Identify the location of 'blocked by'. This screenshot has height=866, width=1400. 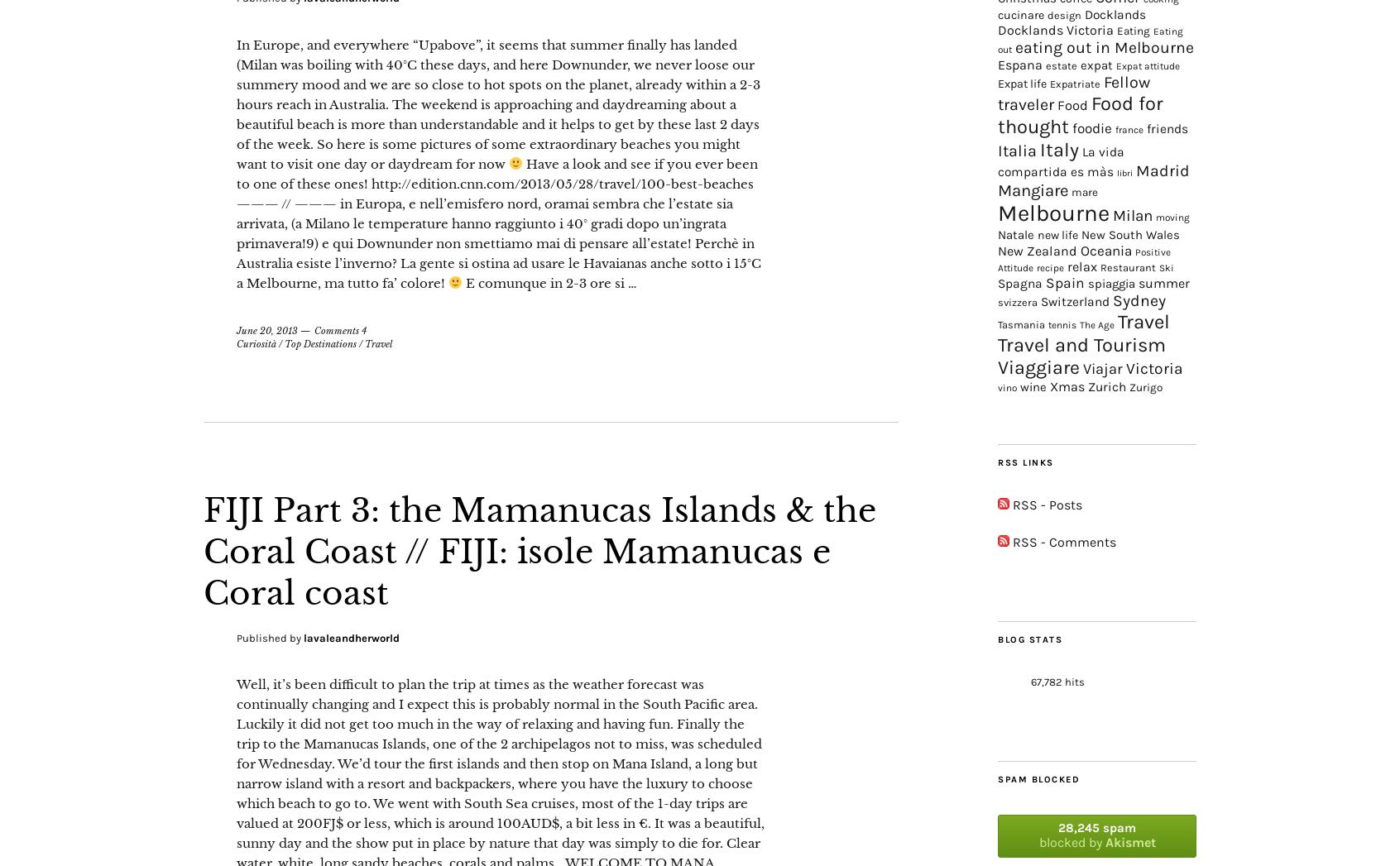
(1071, 841).